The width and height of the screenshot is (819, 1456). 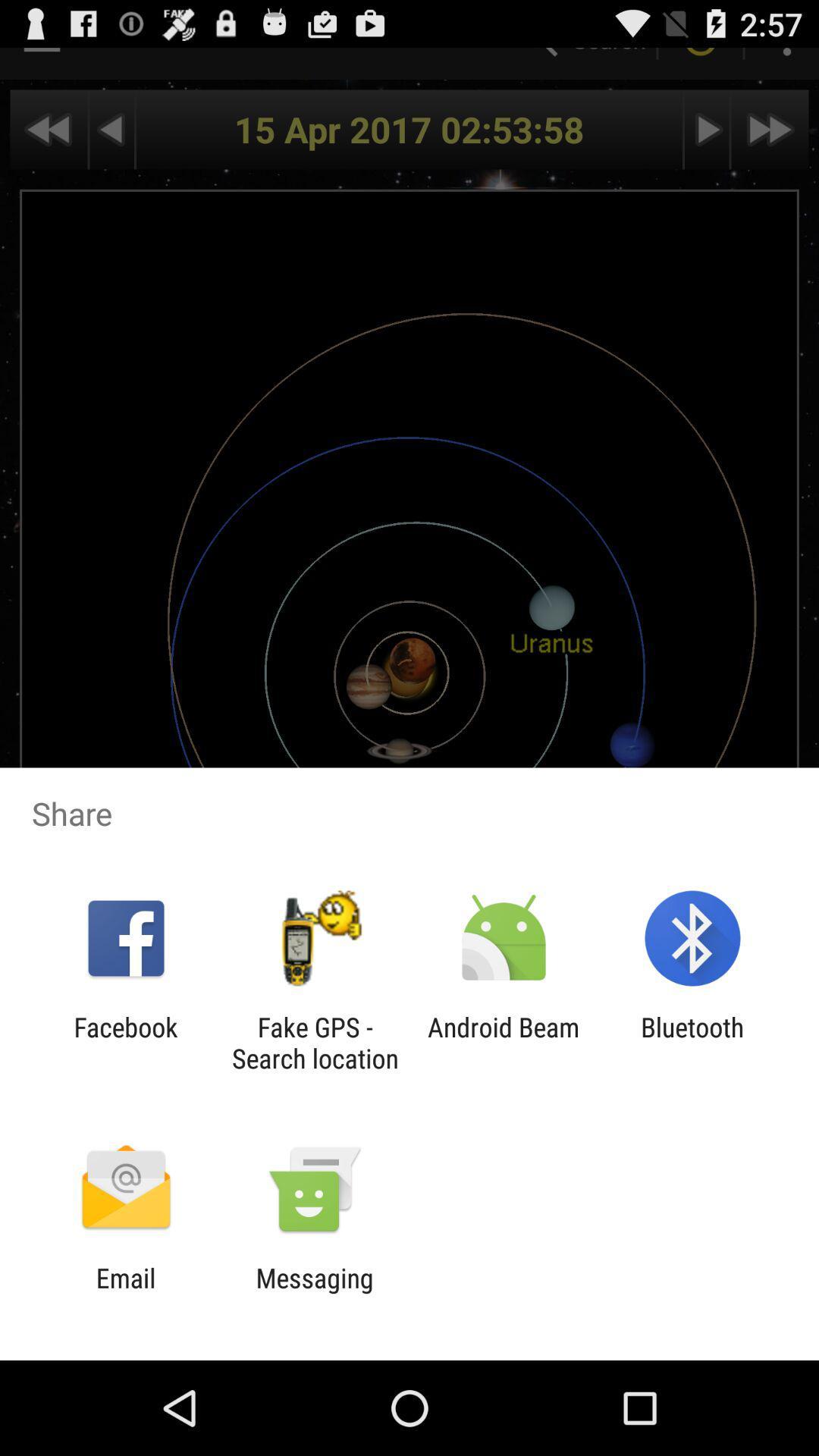 What do you see at coordinates (125, 1293) in the screenshot?
I see `icon next to messaging icon` at bounding box center [125, 1293].